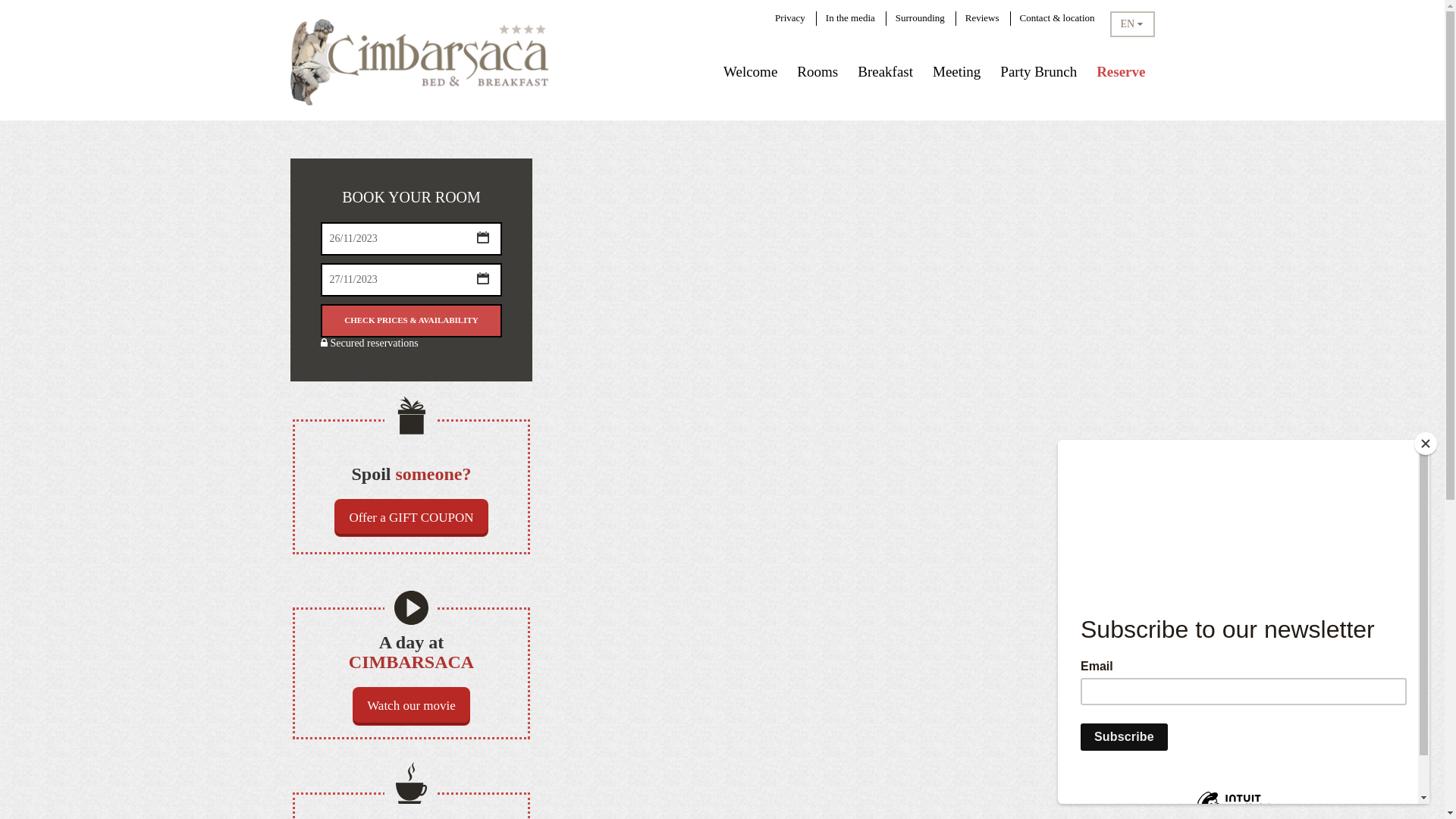  Describe the element at coordinates (369, 343) in the screenshot. I see `'Secured reservations'` at that location.